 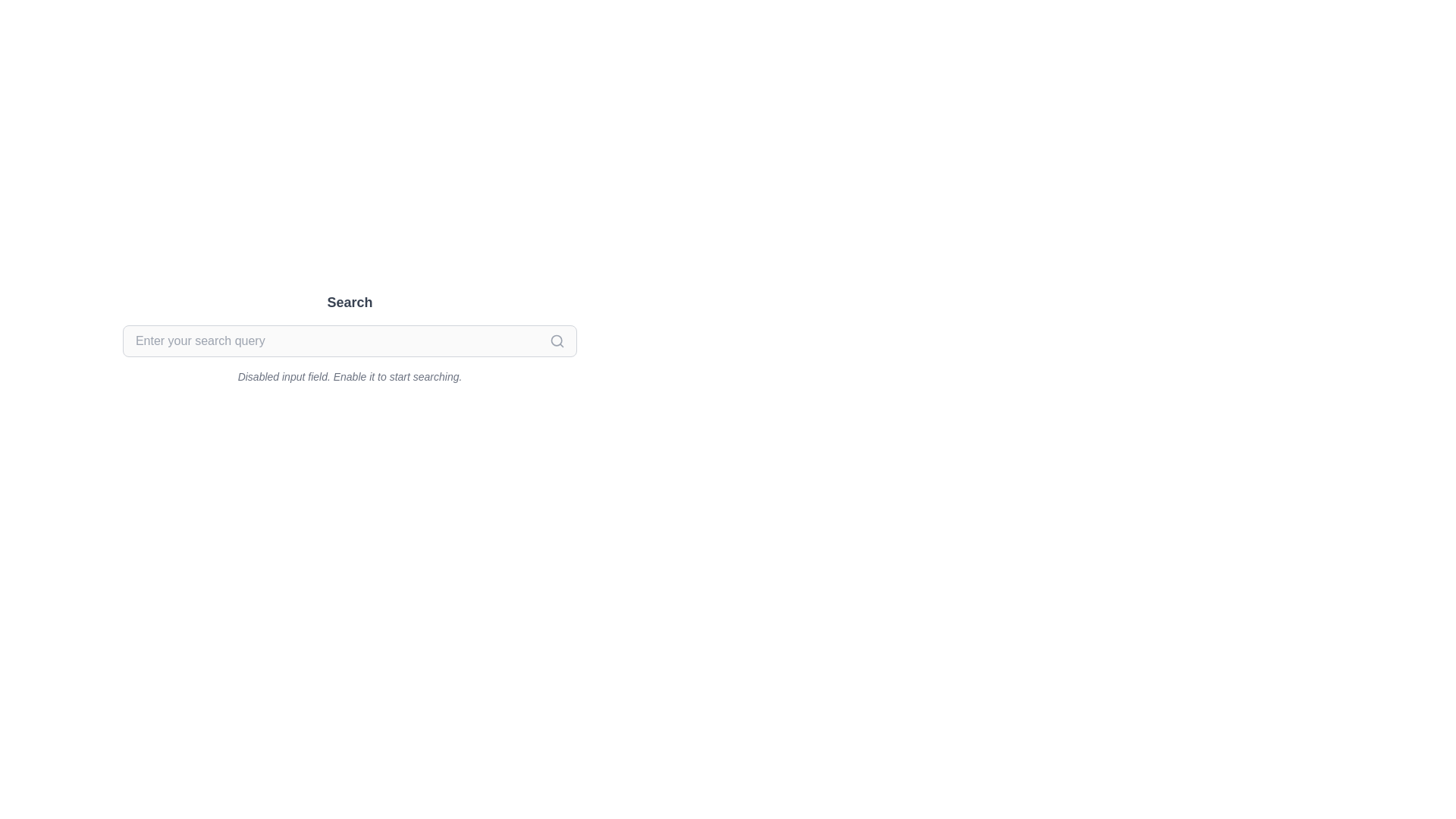 What do you see at coordinates (556, 340) in the screenshot?
I see `the circular search icon located at the extreme right side of the search bar` at bounding box center [556, 340].